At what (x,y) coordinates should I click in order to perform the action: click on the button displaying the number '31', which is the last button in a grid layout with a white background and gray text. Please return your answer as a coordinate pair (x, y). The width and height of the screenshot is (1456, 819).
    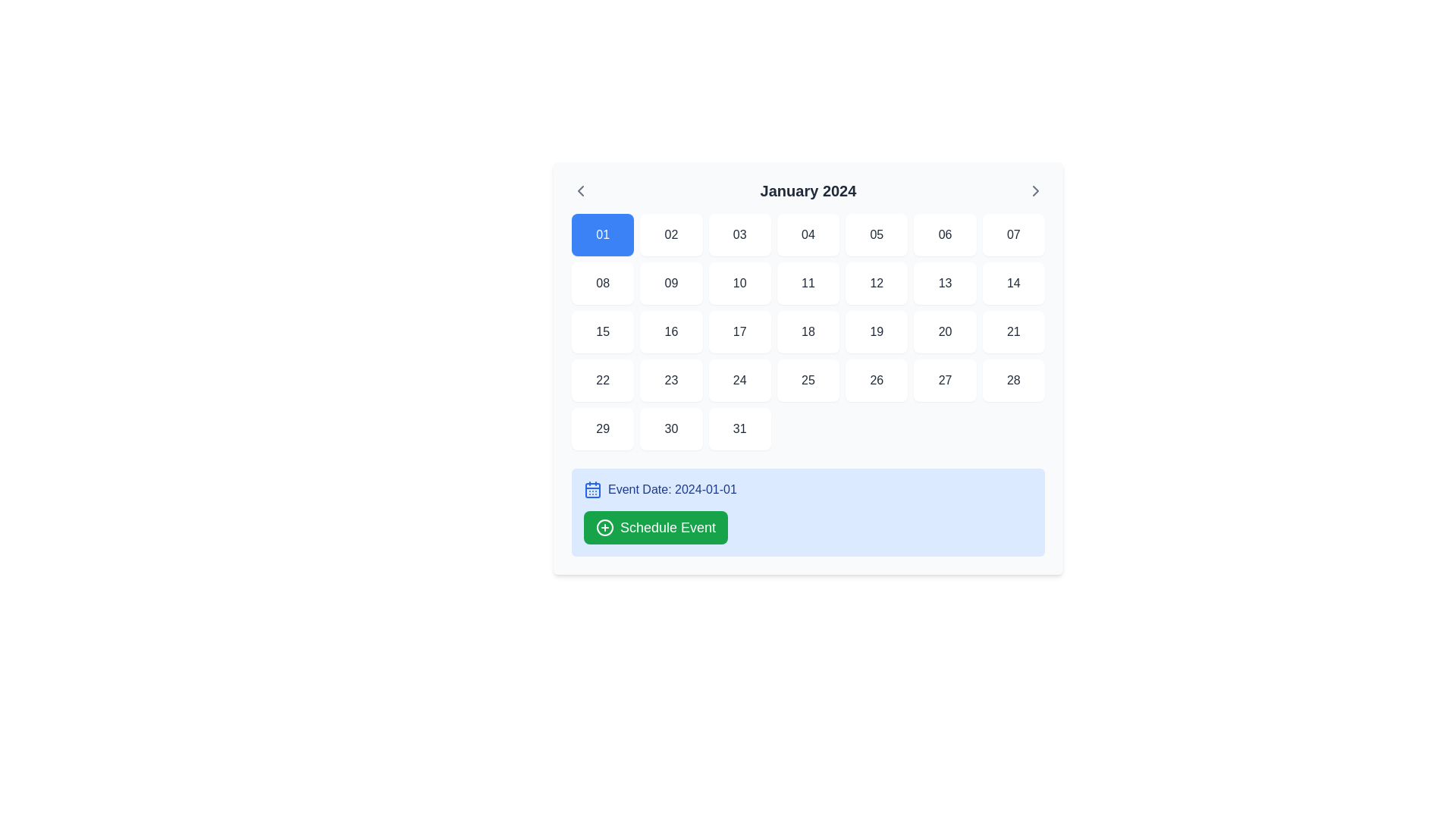
    Looking at the image, I should click on (739, 429).